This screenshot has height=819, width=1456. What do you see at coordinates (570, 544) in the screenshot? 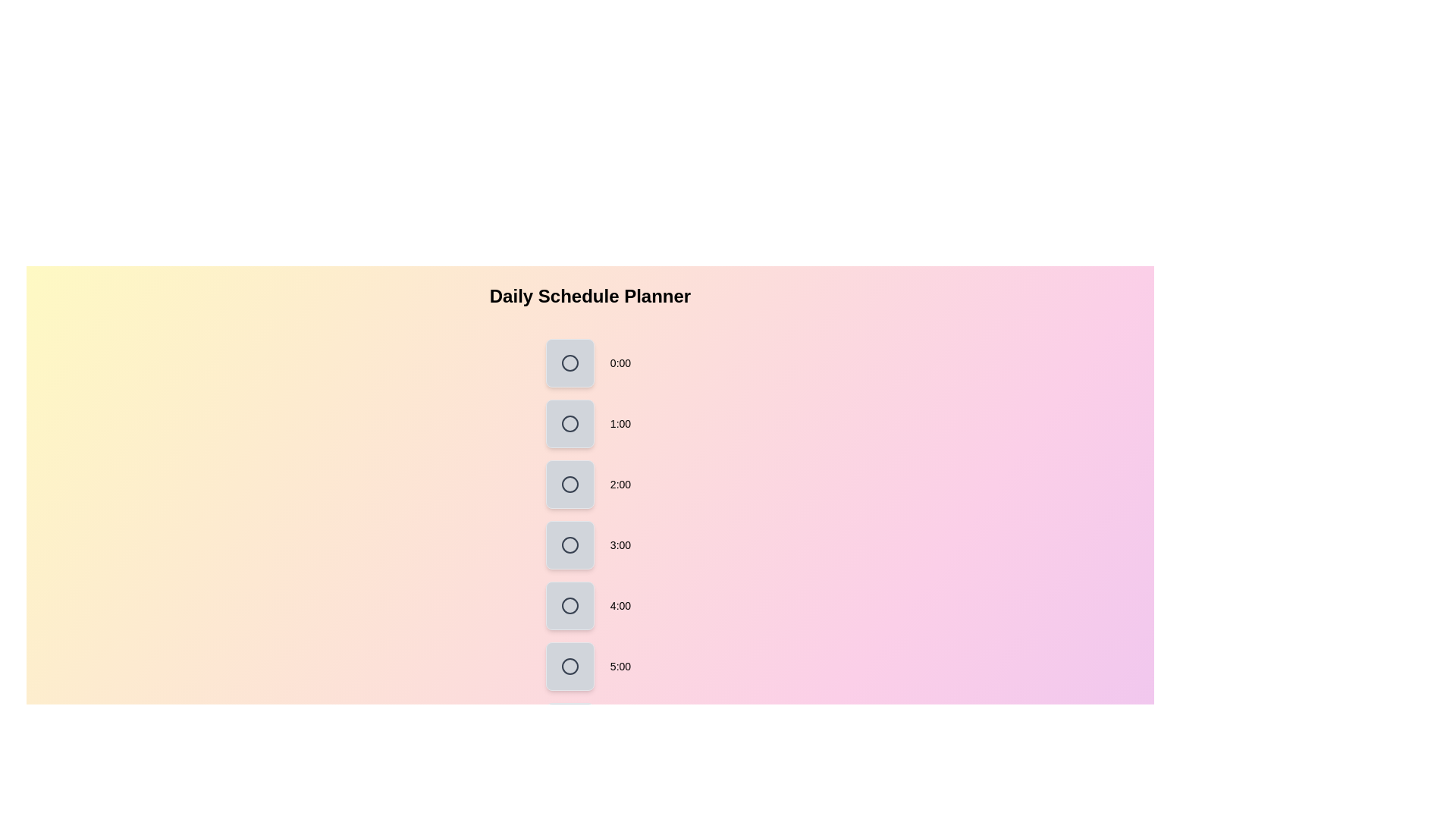
I see `the hour block corresponding to 3:00` at bounding box center [570, 544].